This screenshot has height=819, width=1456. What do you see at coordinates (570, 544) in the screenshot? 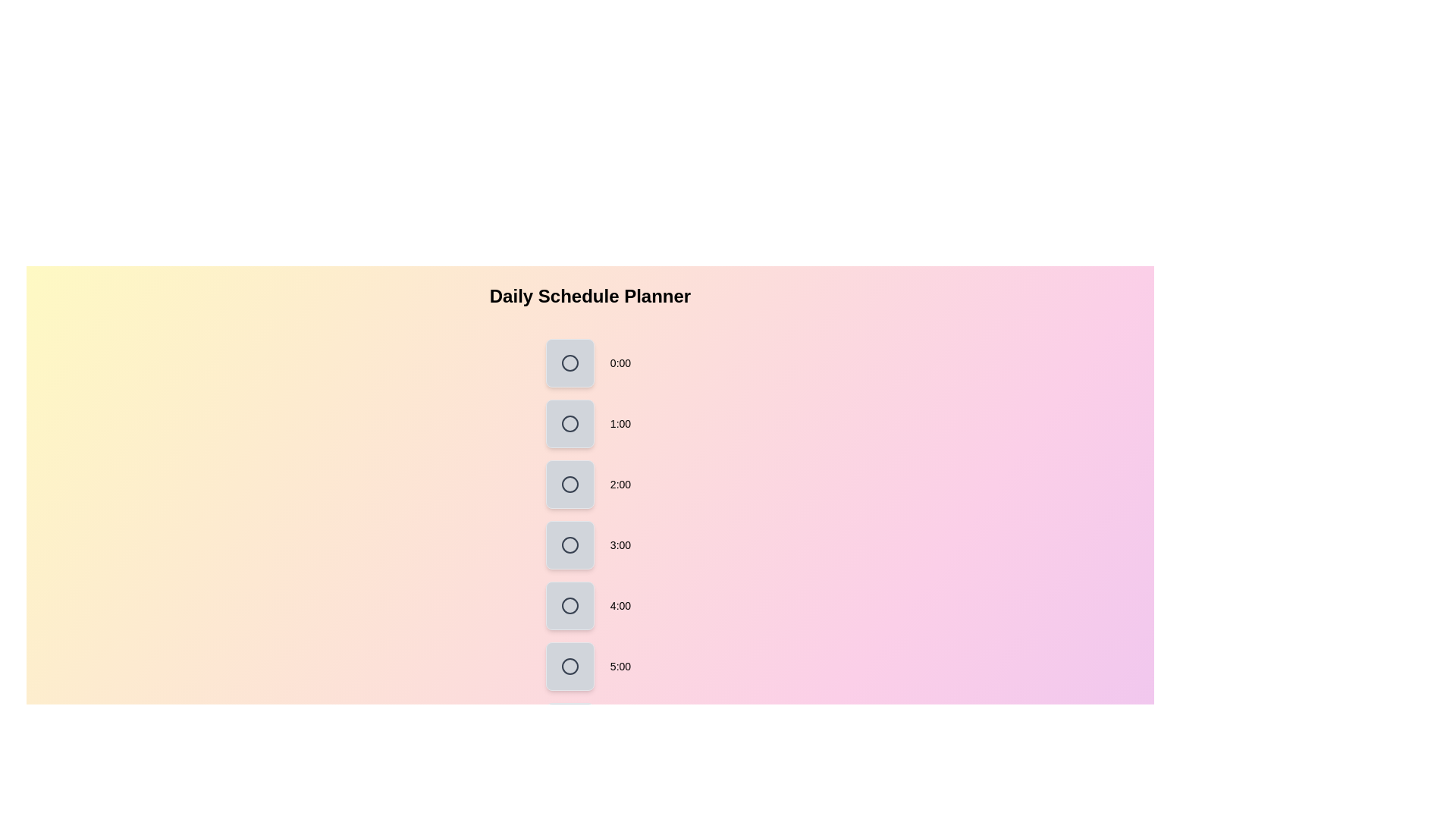
I see `the hour block corresponding to 3:00` at bounding box center [570, 544].